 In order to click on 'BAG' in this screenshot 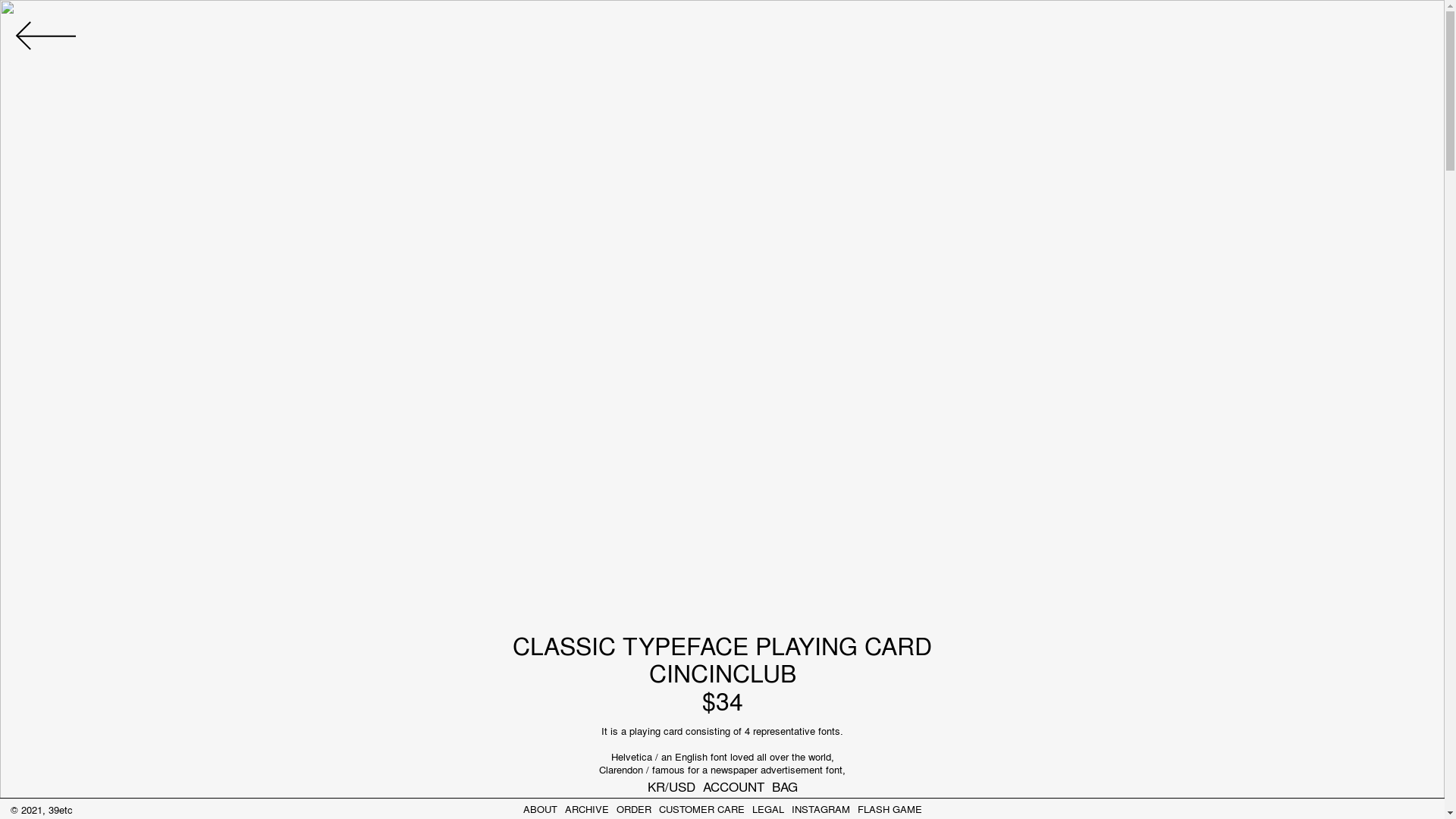, I will do `click(785, 785)`.